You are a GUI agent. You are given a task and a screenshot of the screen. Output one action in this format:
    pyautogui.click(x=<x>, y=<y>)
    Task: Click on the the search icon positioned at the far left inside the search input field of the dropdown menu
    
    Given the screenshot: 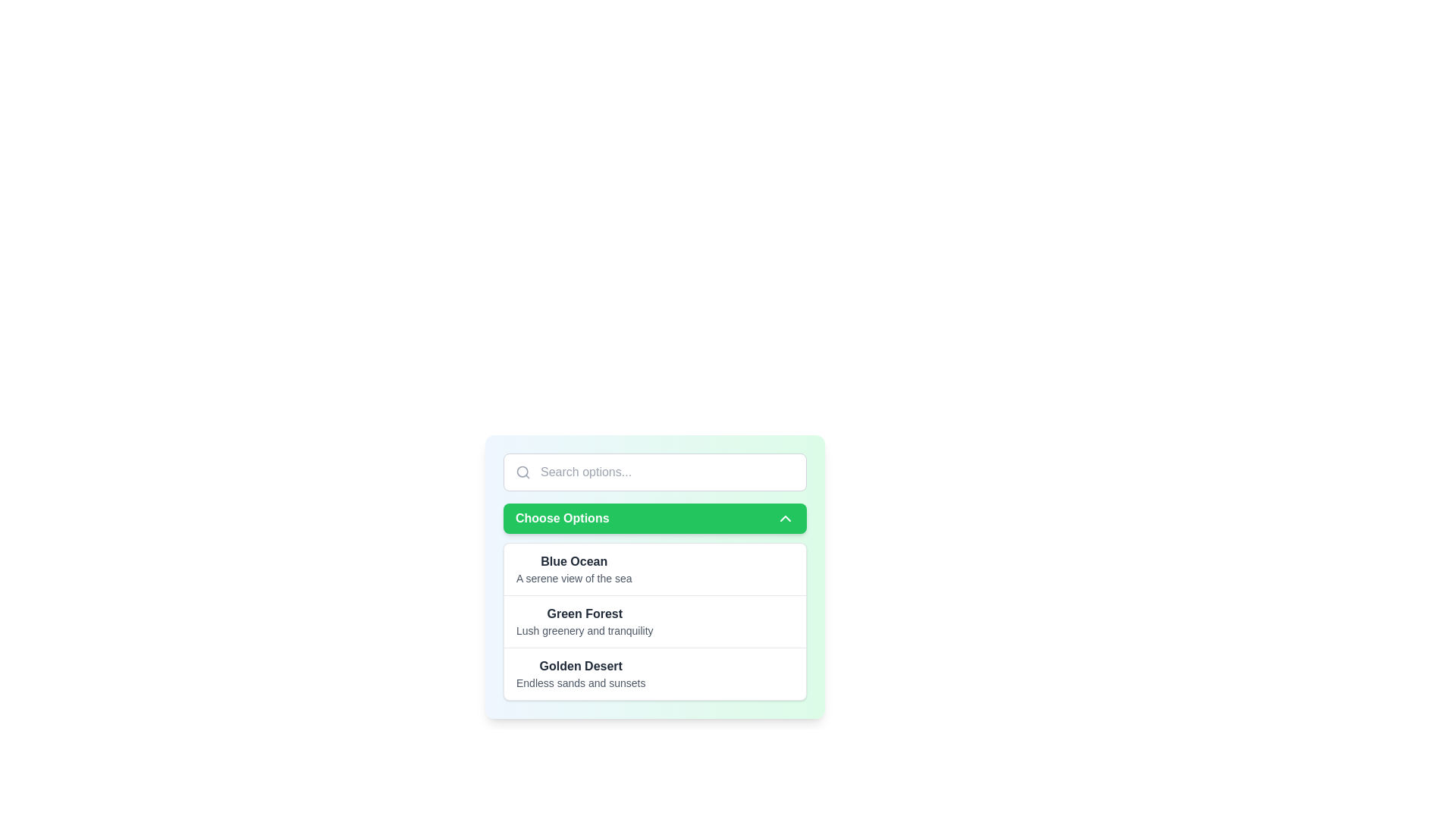 What is the action you would take?
    pyautogui.click(x=523, y=472)
    